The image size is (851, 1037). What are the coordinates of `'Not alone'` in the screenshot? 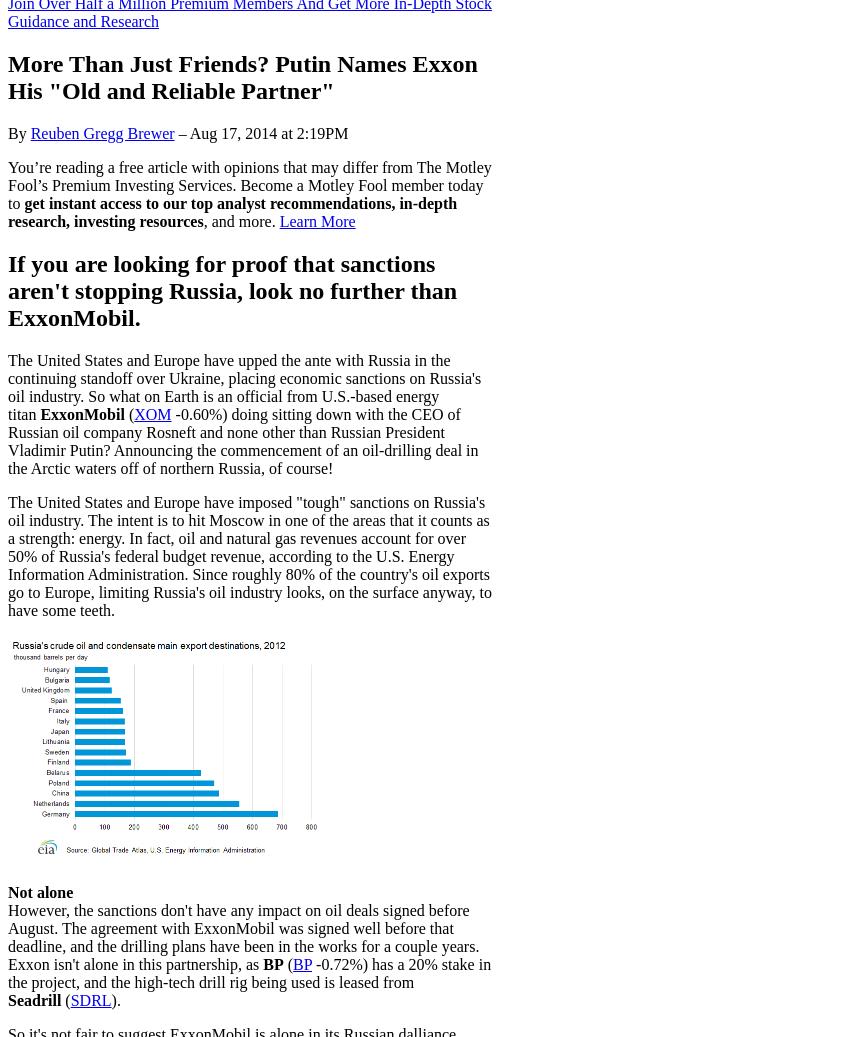 It's located at (40, 891).